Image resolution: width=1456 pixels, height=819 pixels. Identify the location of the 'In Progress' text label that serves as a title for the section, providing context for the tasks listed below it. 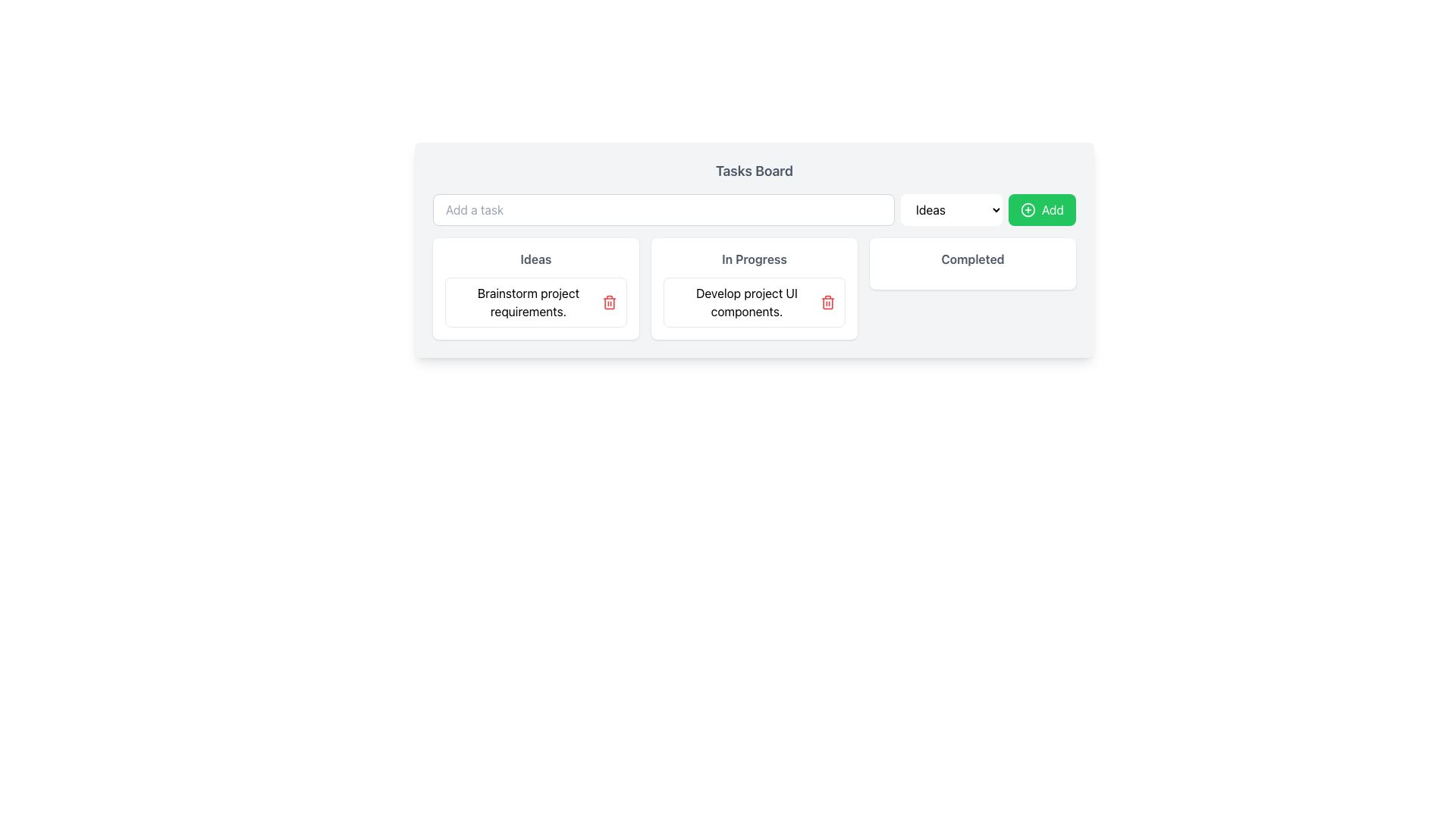
(754, 259).